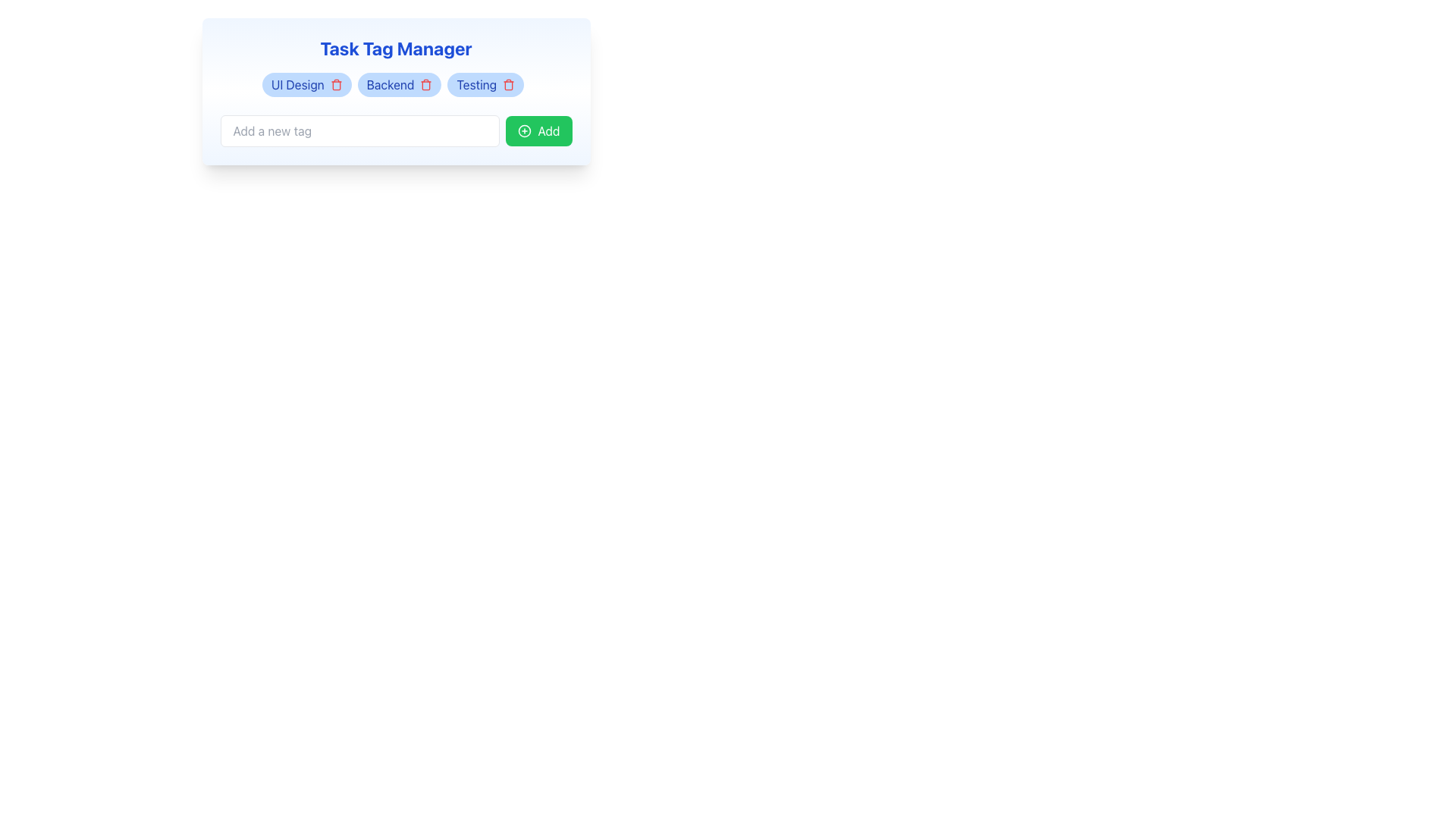 This screenshot has height=819, width=1456. What do you see at coordinates (335, 84) in the screenshot?
I see `the red trash can button located immediately to the right of the text 'UI Design'` at bounding box center [335, 84].